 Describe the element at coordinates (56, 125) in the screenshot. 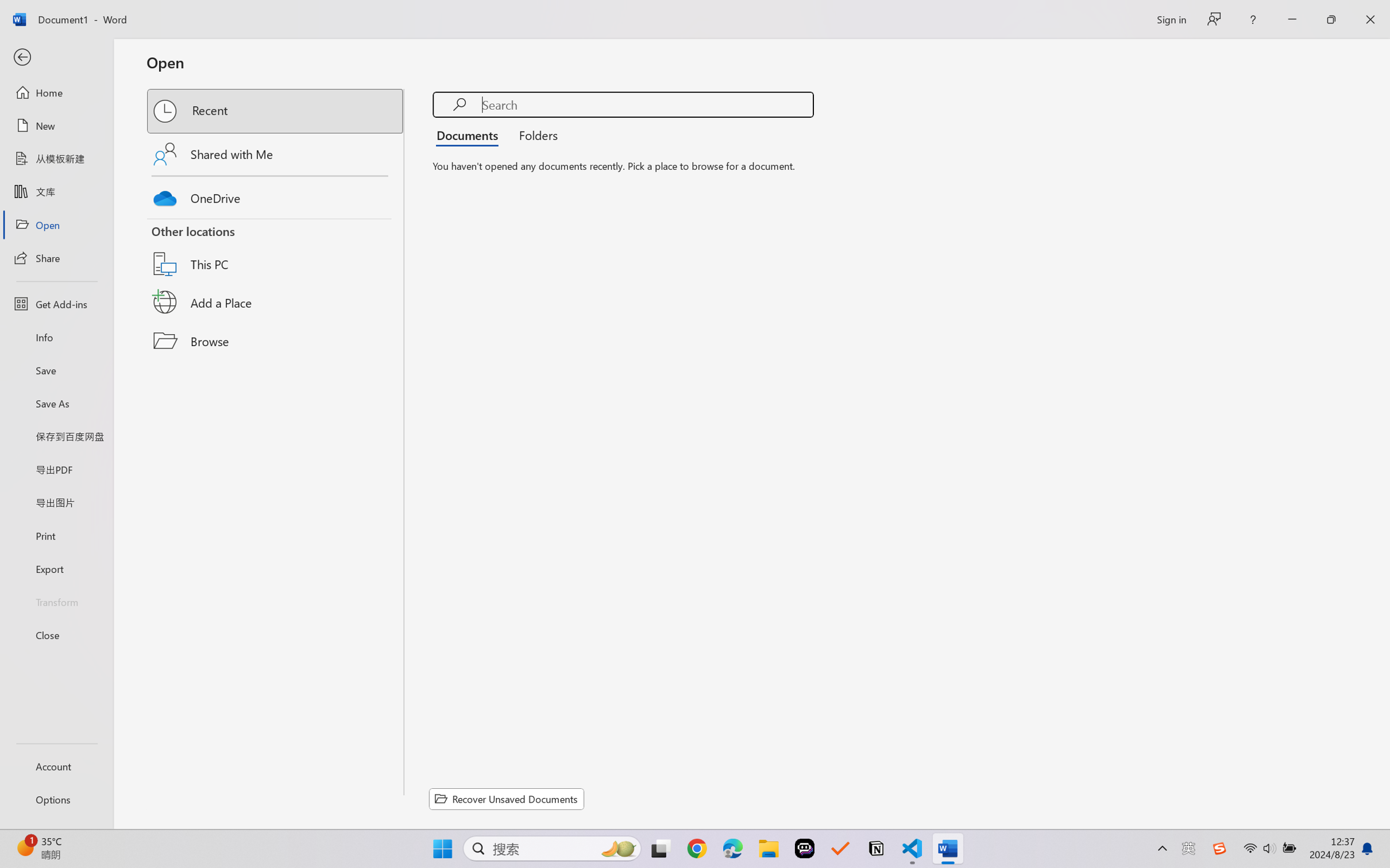

I see `'New'` at that location.